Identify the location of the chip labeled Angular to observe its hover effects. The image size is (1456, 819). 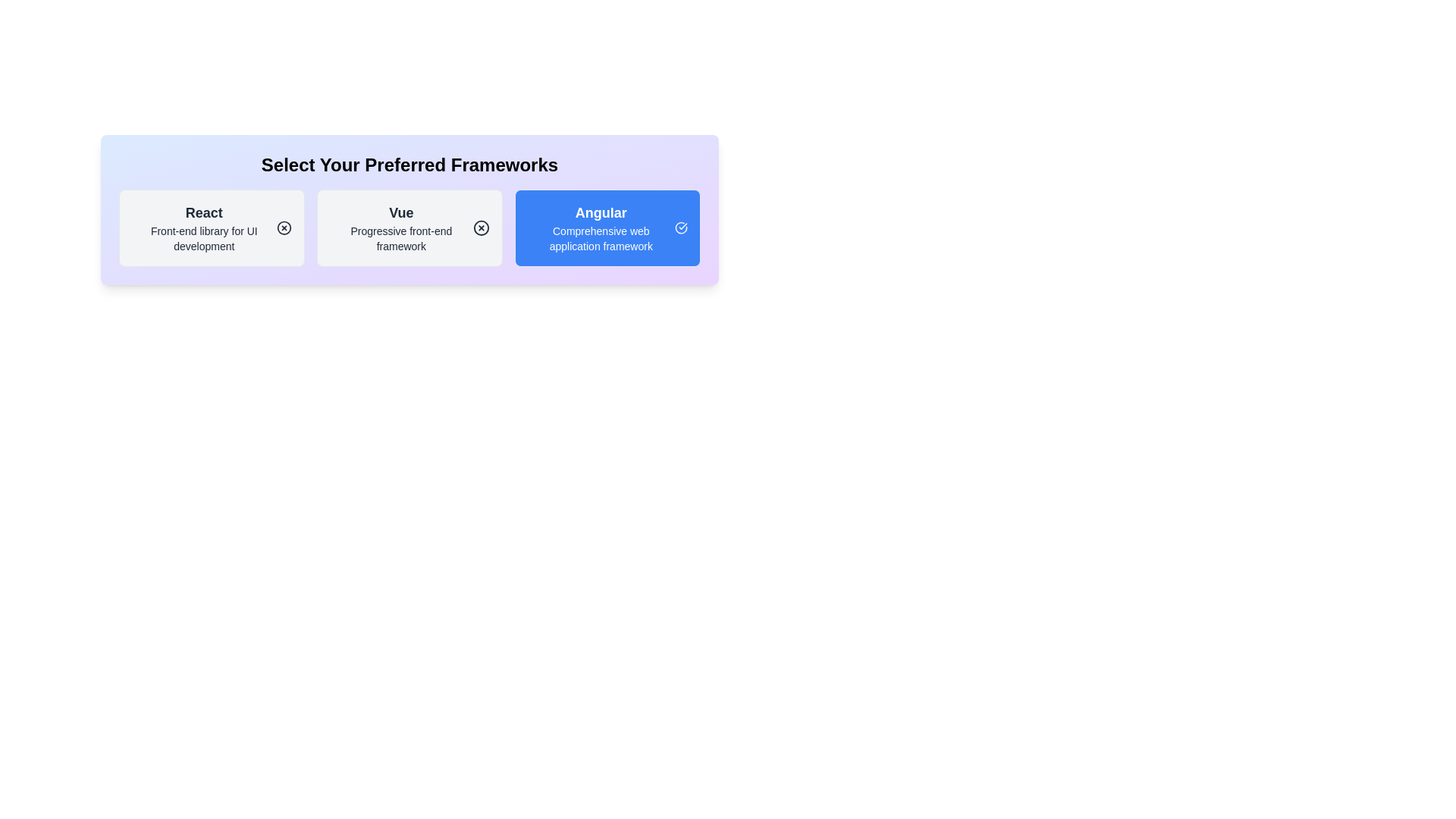
(607, 227).